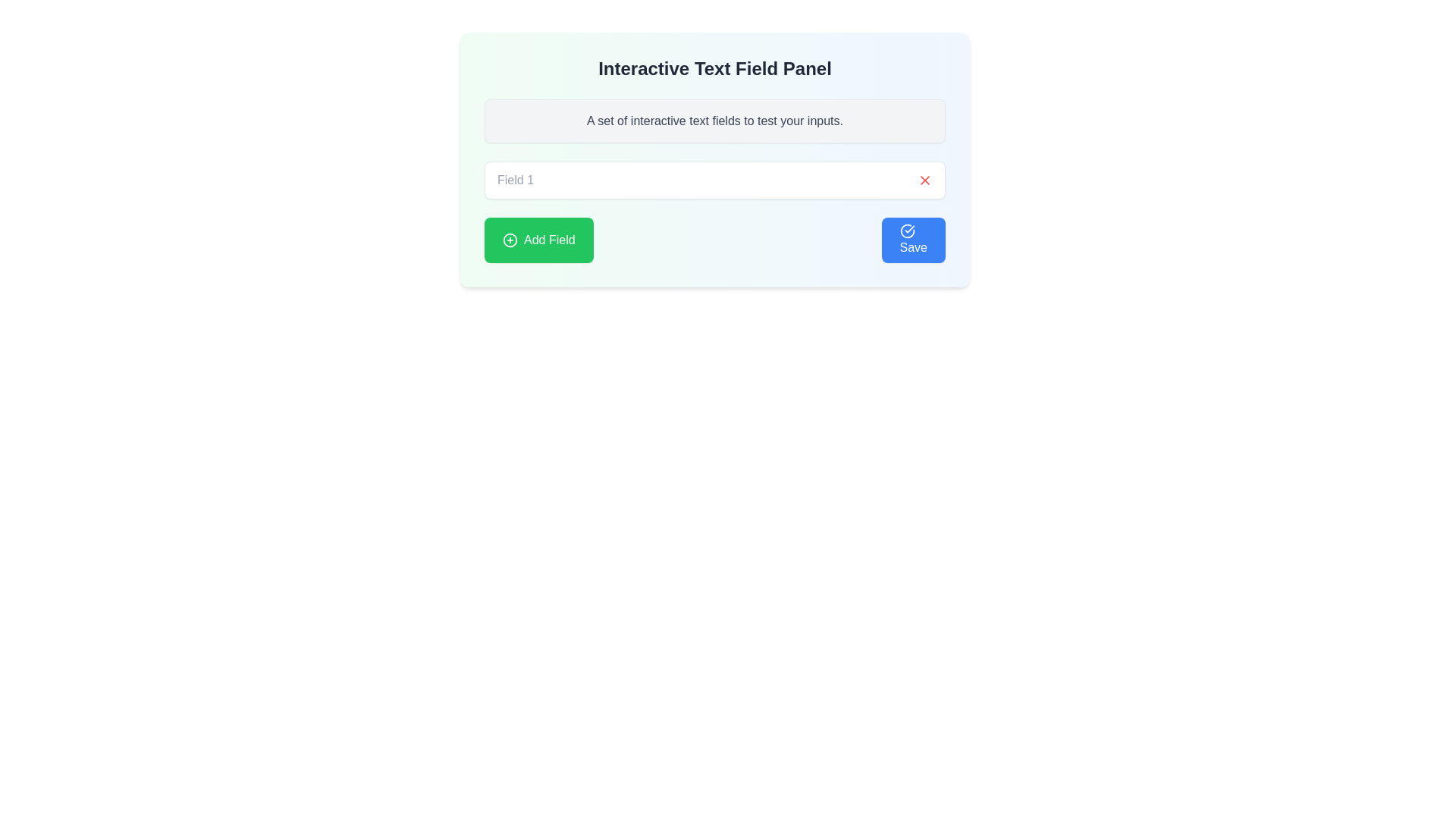  Describe the element at coordinates (907, 231) in the screenshot. I see `the circular status indicator icon located at the bottom-right of the 'Save' button, which has a thin outline stroke and is part of a group with a checkmark icon` at that location.